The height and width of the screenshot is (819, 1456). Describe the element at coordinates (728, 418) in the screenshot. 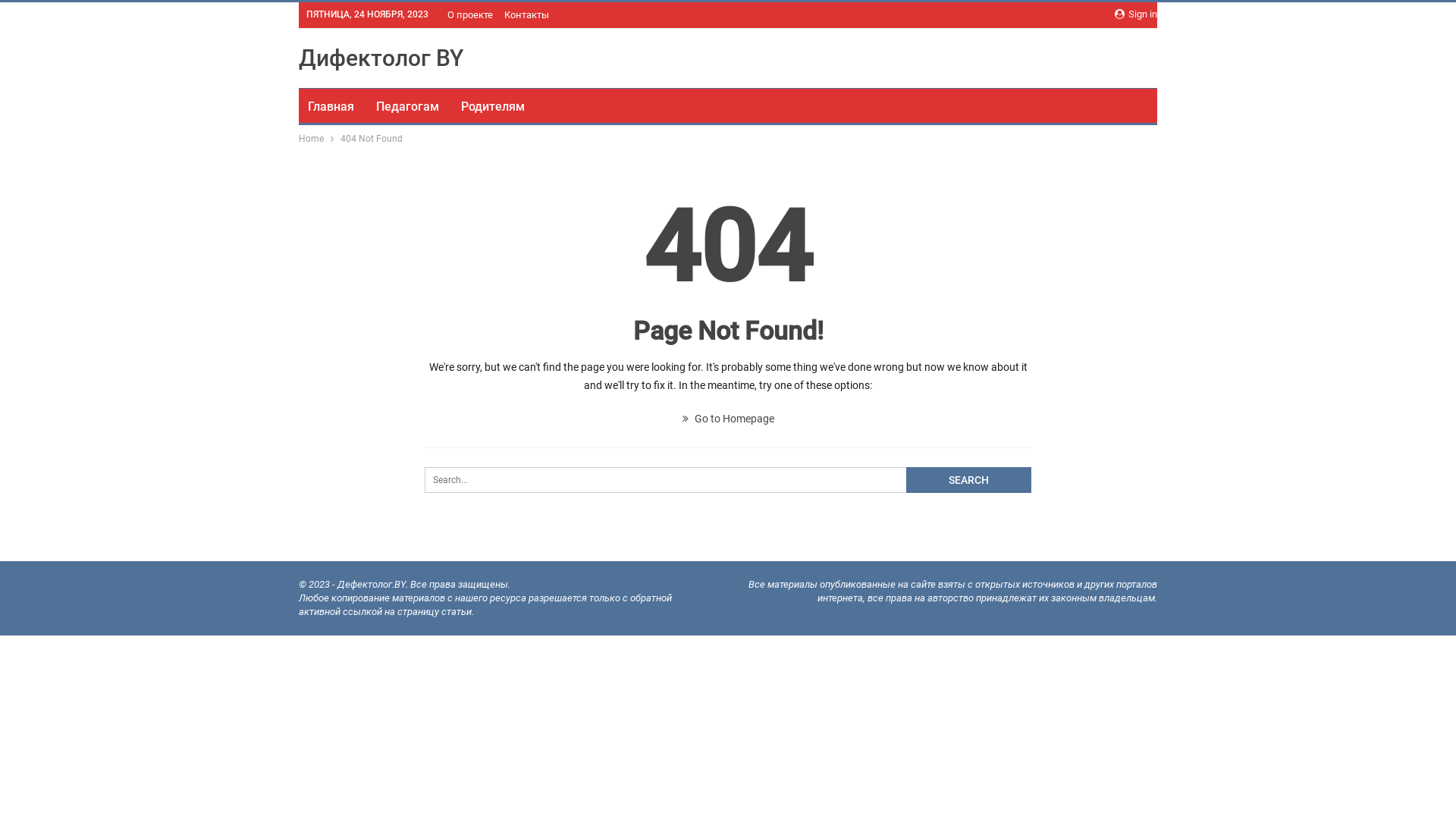

I see `'Go to Homepage'` at that location.